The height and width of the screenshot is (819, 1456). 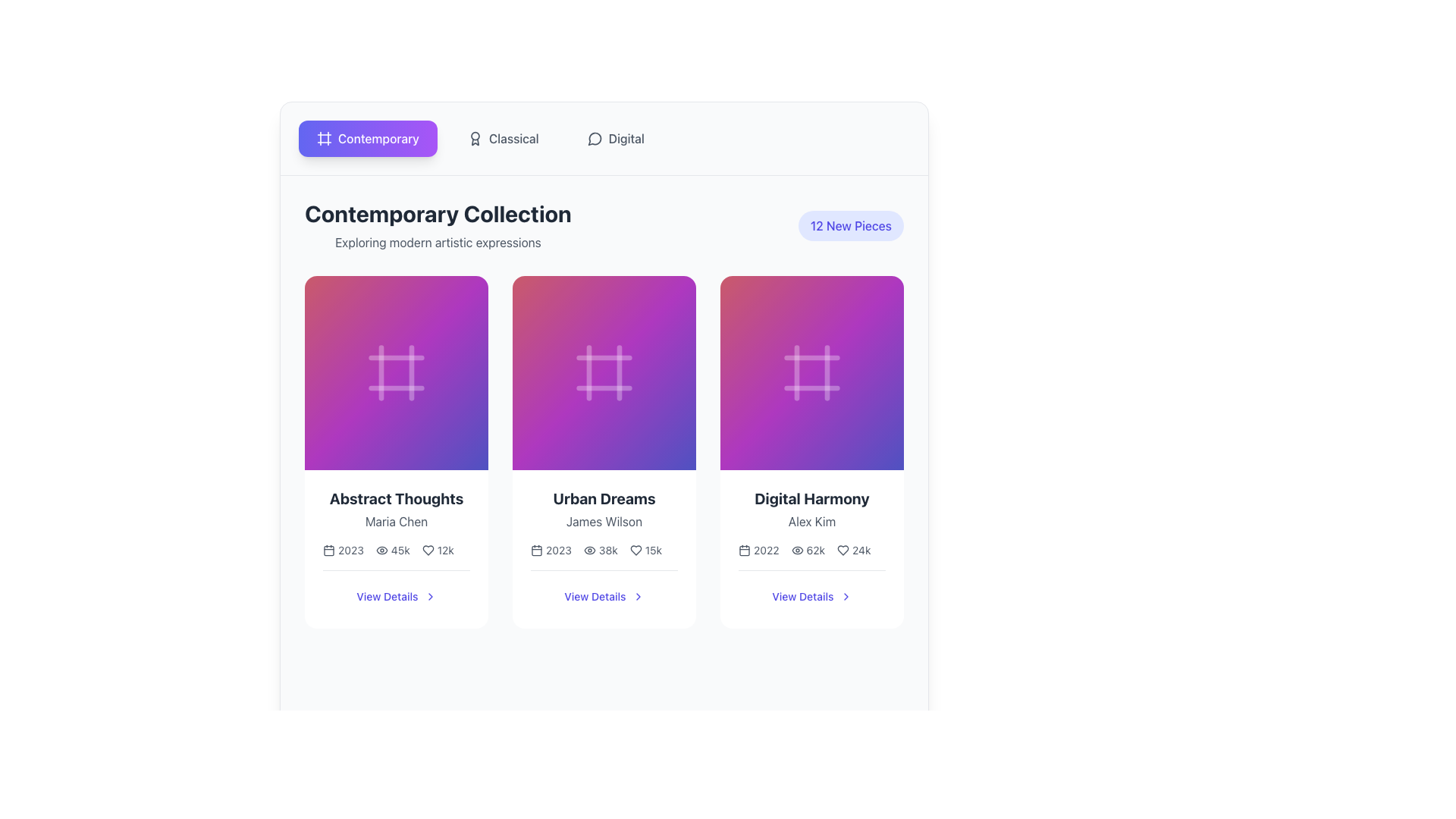 I want to click on the list item showcasing 'Urban Dreams' by James Wilson, located in the second column under 'Contemporary Collection', so click(x=603, y=451).